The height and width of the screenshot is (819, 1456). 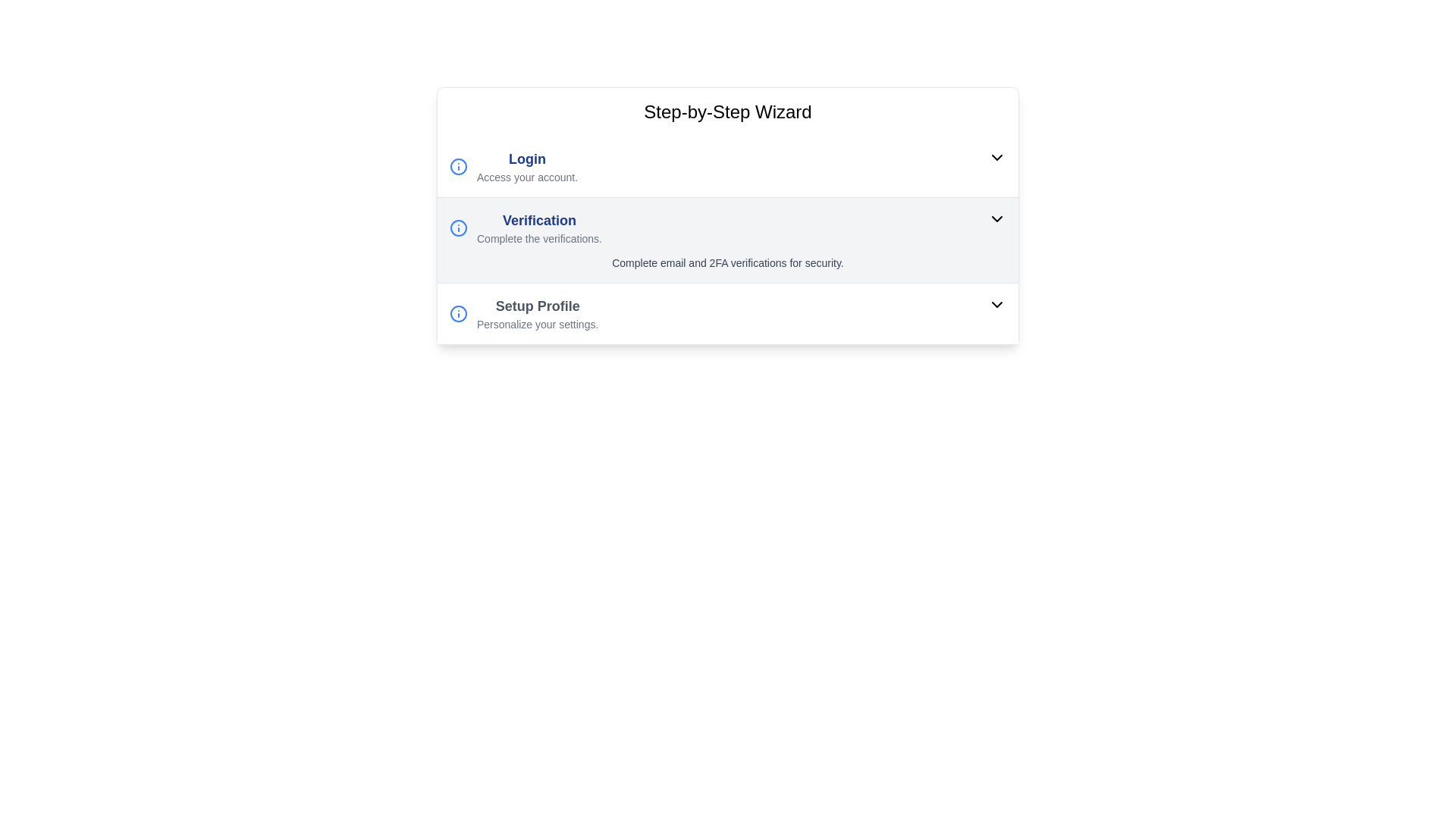 I want to click on the Chevron Down icon located at the top-right corner of the 'Verification' section, which serves as an interactive control for expanding or collapsing that section, so click(x=997, y=219).